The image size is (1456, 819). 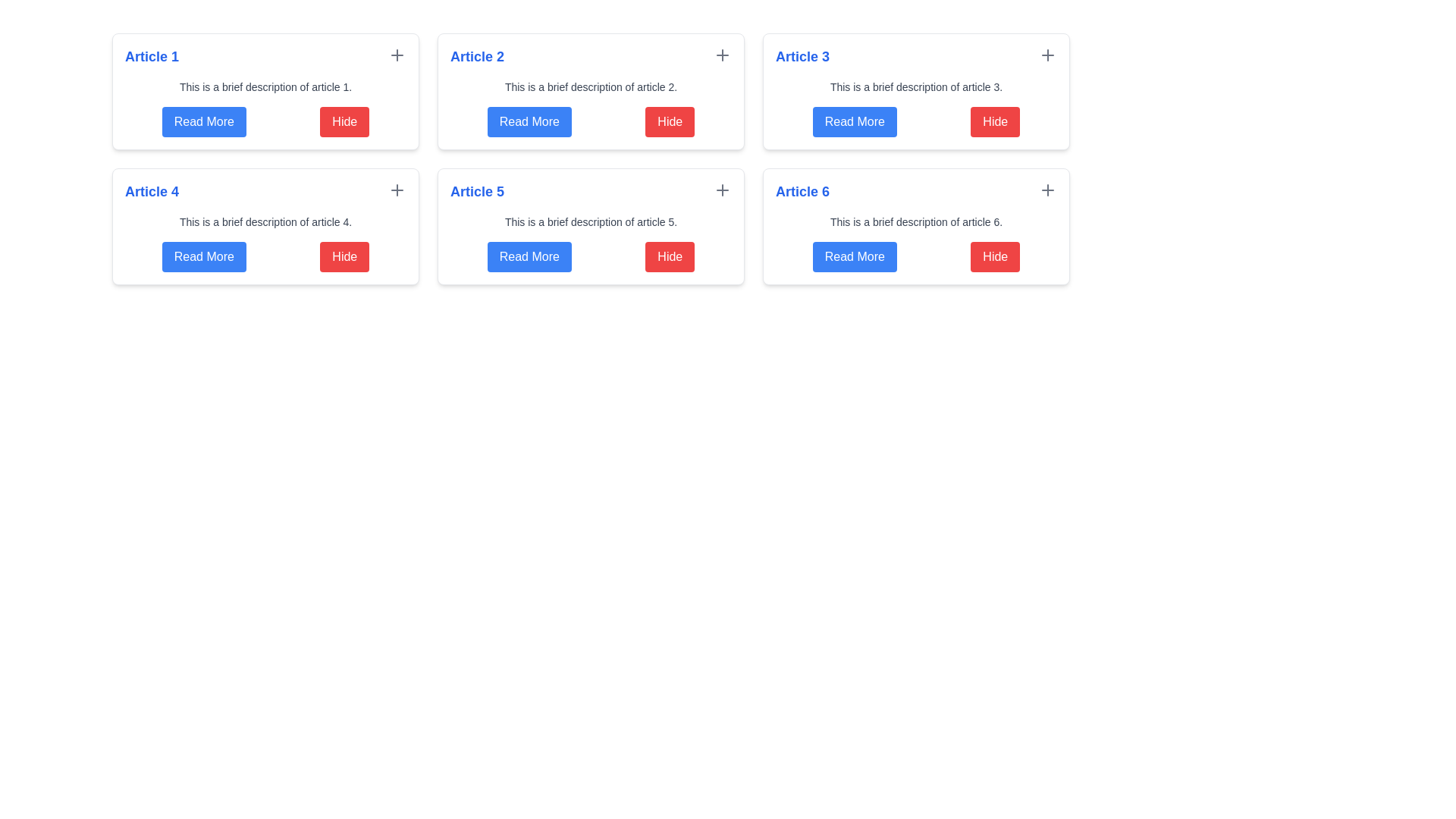 What do you see at coordinates (722, 189) in the screenshot?
I see `the plus sign icon located in the 'Article 5' section` at bounding box center [722, 189].